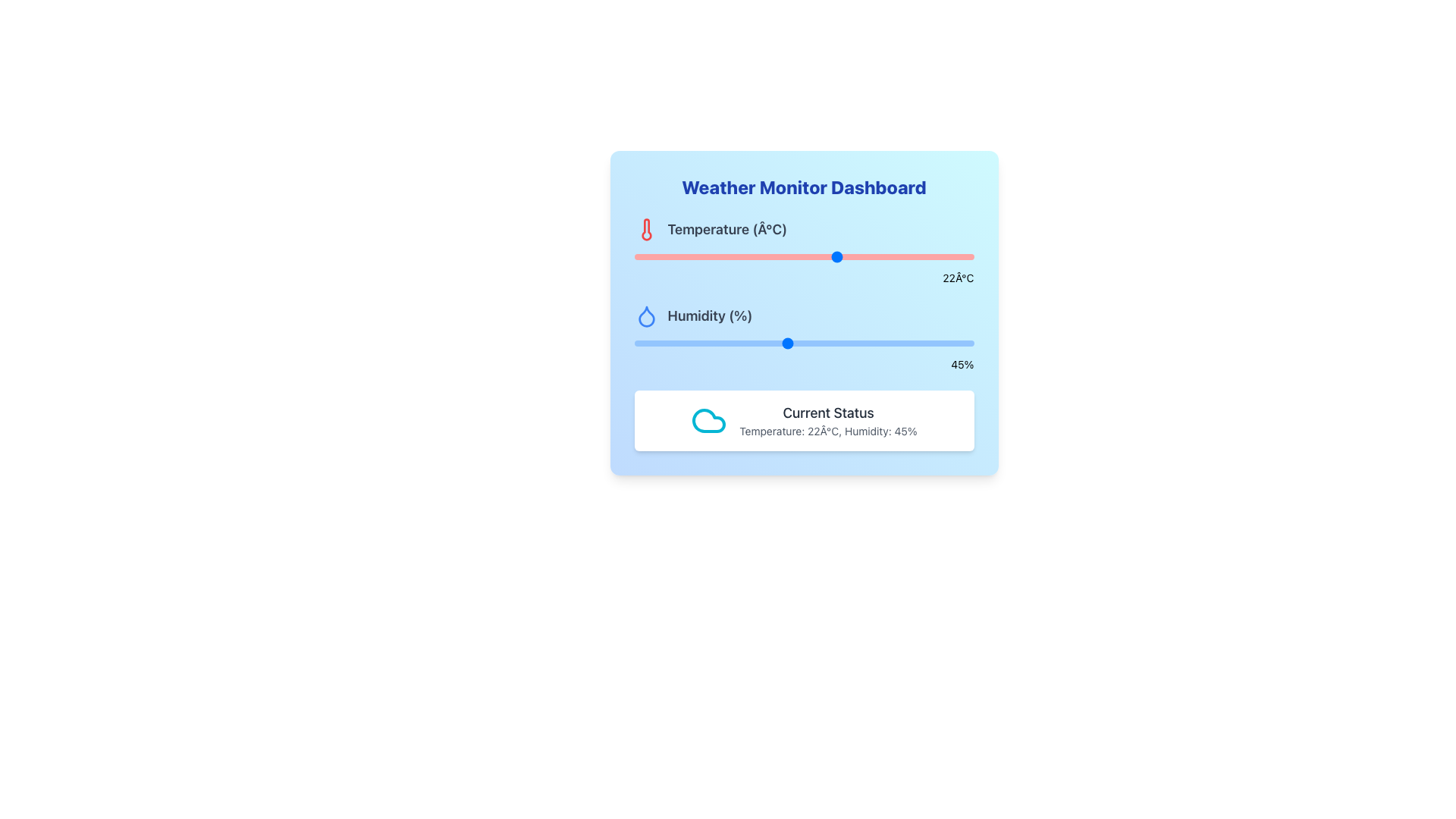 Image resolution: width=1456 pixels, height=819 pixels. I want to click on the humidity slider, so click(718, 343).